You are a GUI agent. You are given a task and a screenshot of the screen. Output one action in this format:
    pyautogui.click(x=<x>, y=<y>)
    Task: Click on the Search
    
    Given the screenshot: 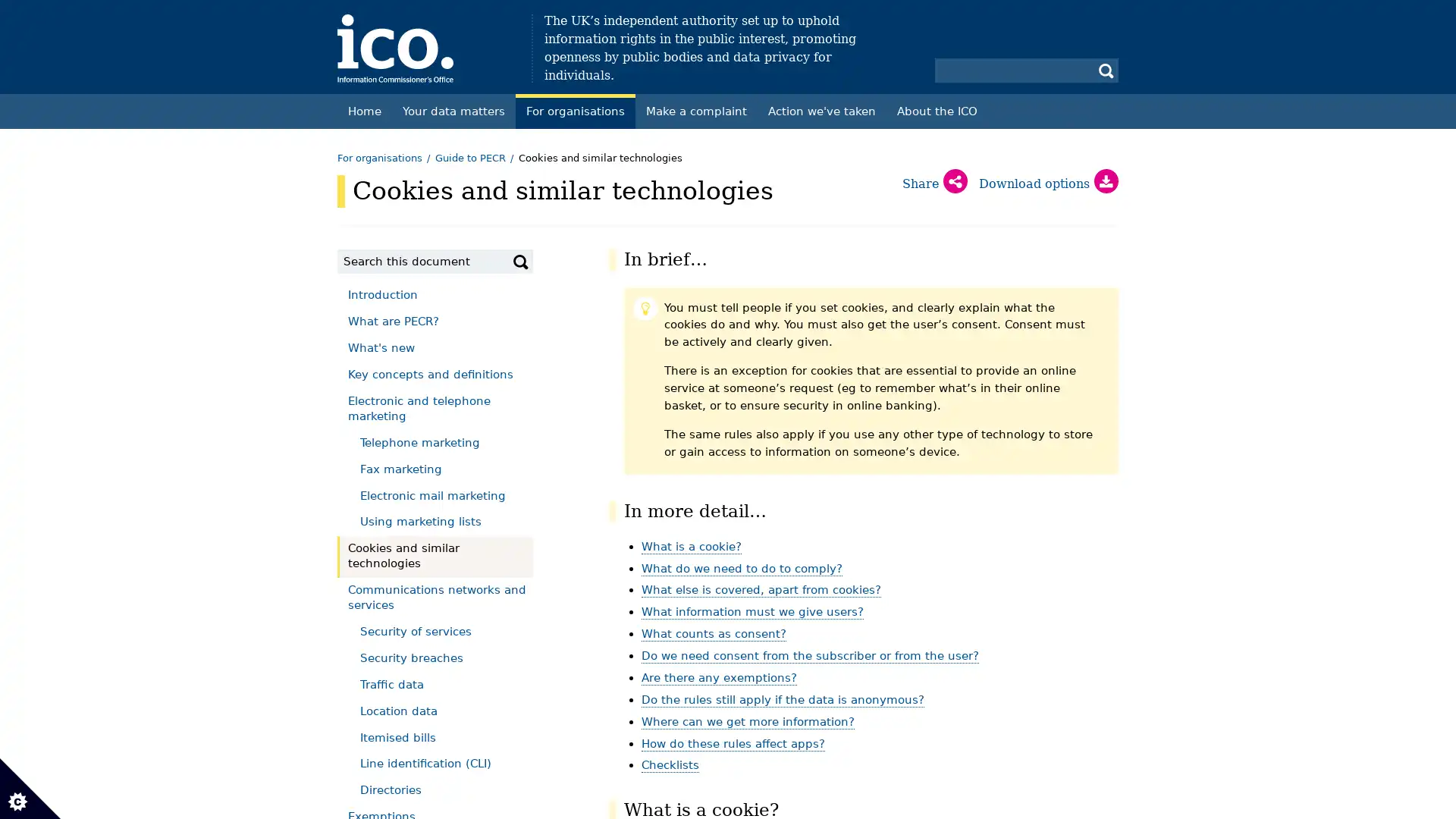 What is the action you would take?
    pyautogui.click(x=1106, y=70)
    